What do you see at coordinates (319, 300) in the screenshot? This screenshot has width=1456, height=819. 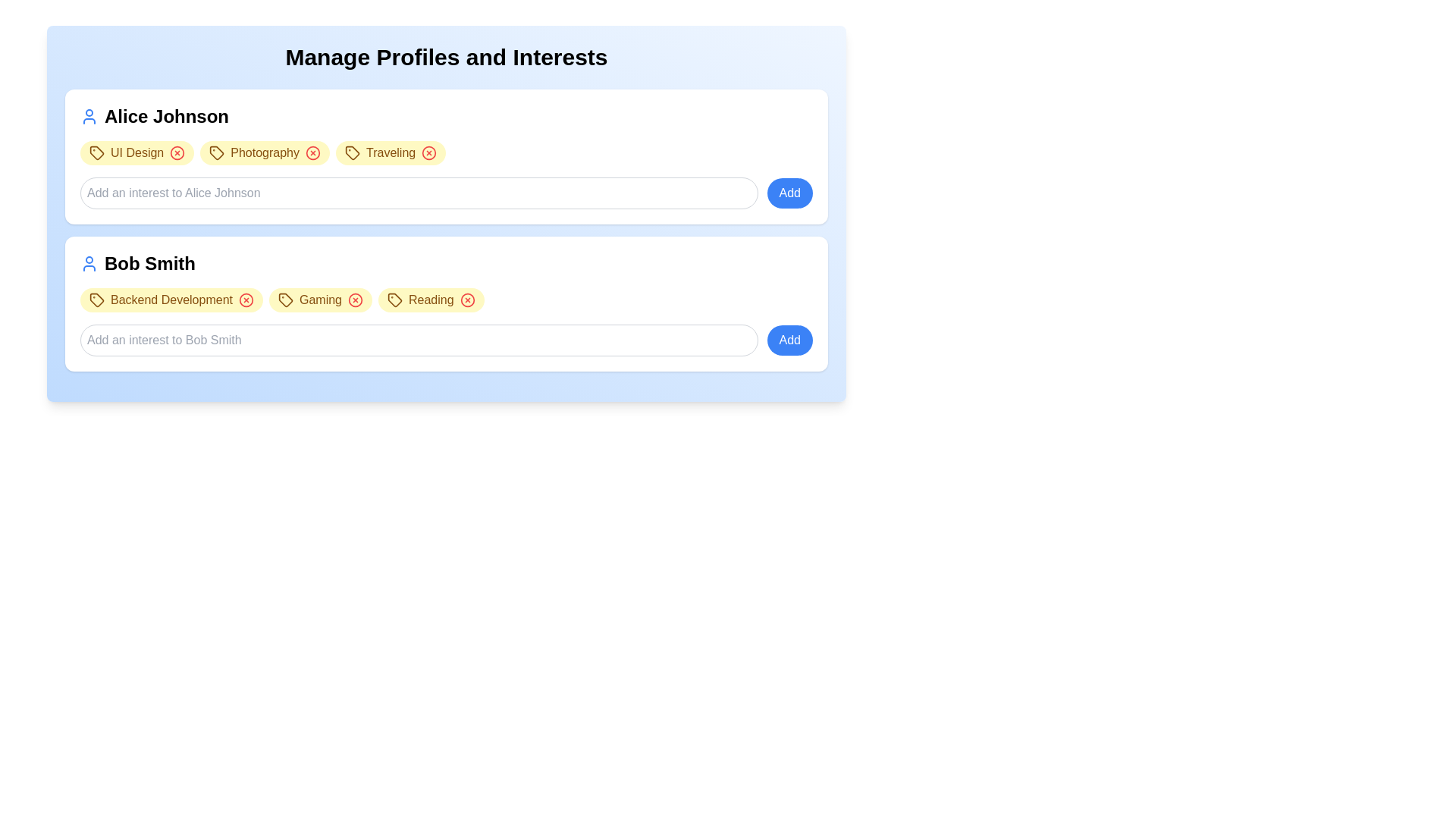 I see `the circular red 'X' button on the right side of the 'Gaming' tag` at bounding box center [319, 300].